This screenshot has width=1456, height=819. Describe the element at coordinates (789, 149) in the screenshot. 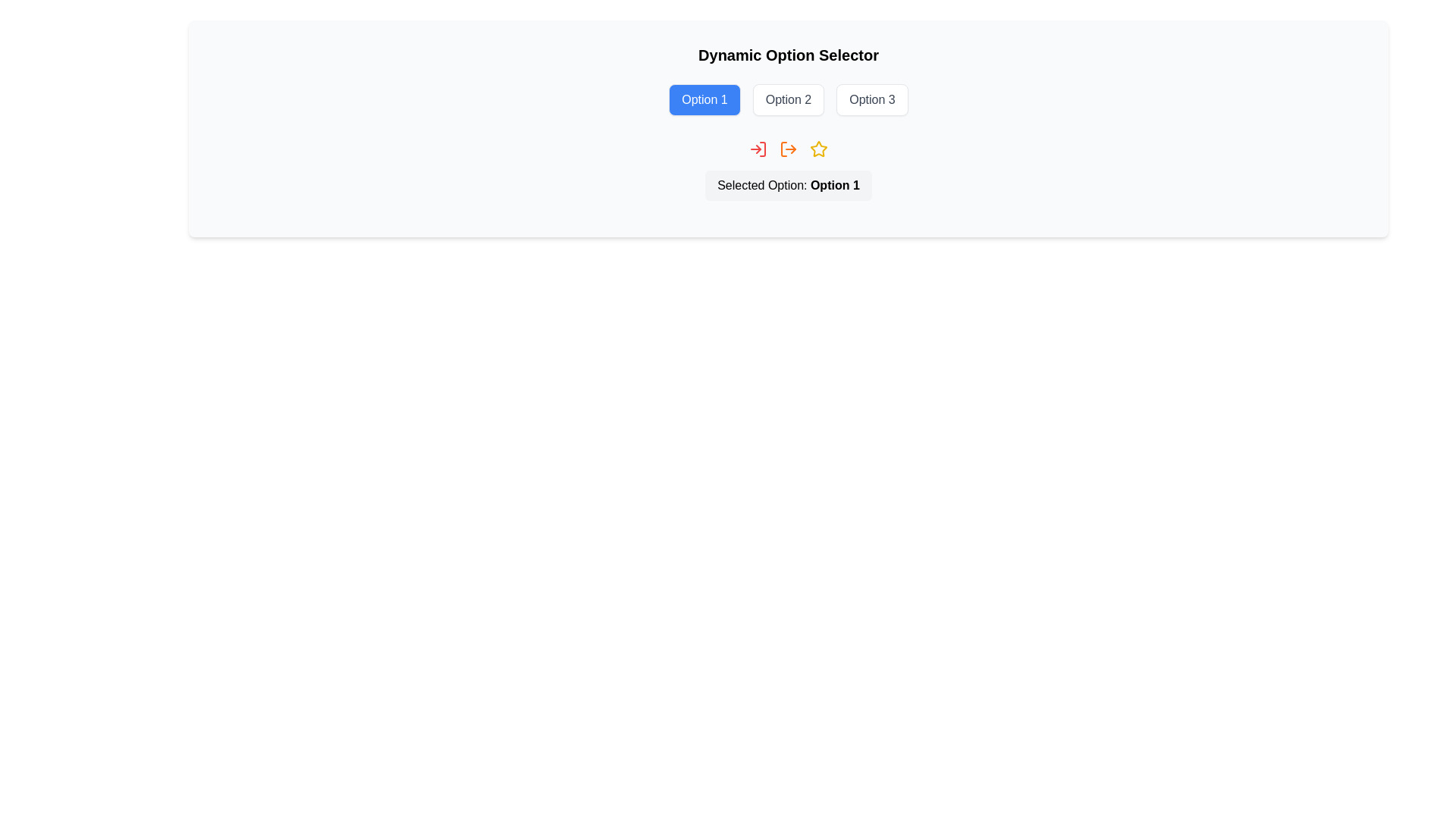

I see `the icon group located beneath the buttons labeled 'Option 1', 'Option 2', and 'Option 3', and above the text 'Selected Option: Option 1'` at that location.